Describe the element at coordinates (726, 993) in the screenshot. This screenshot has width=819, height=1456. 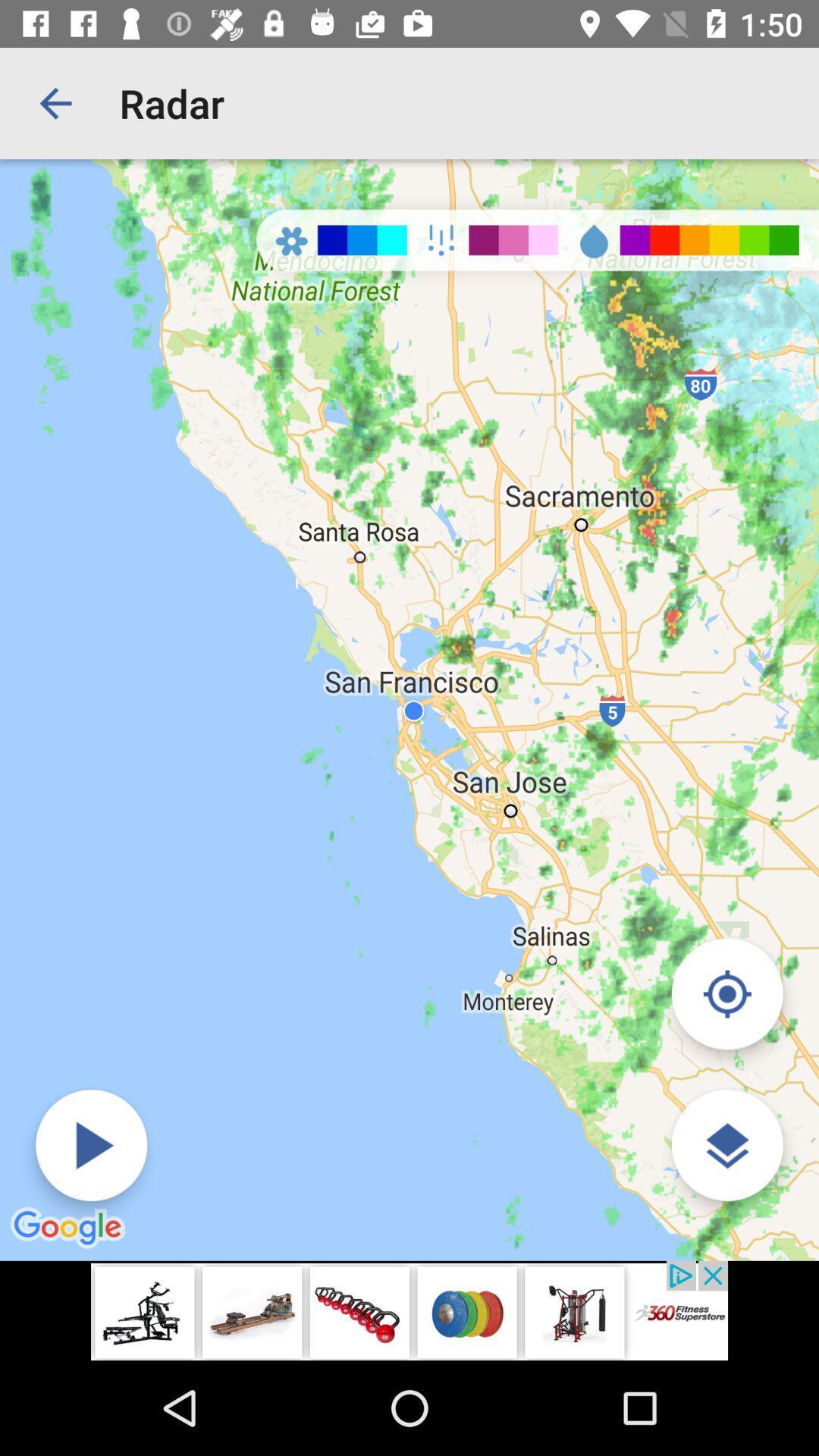
I see `location option` at that location.